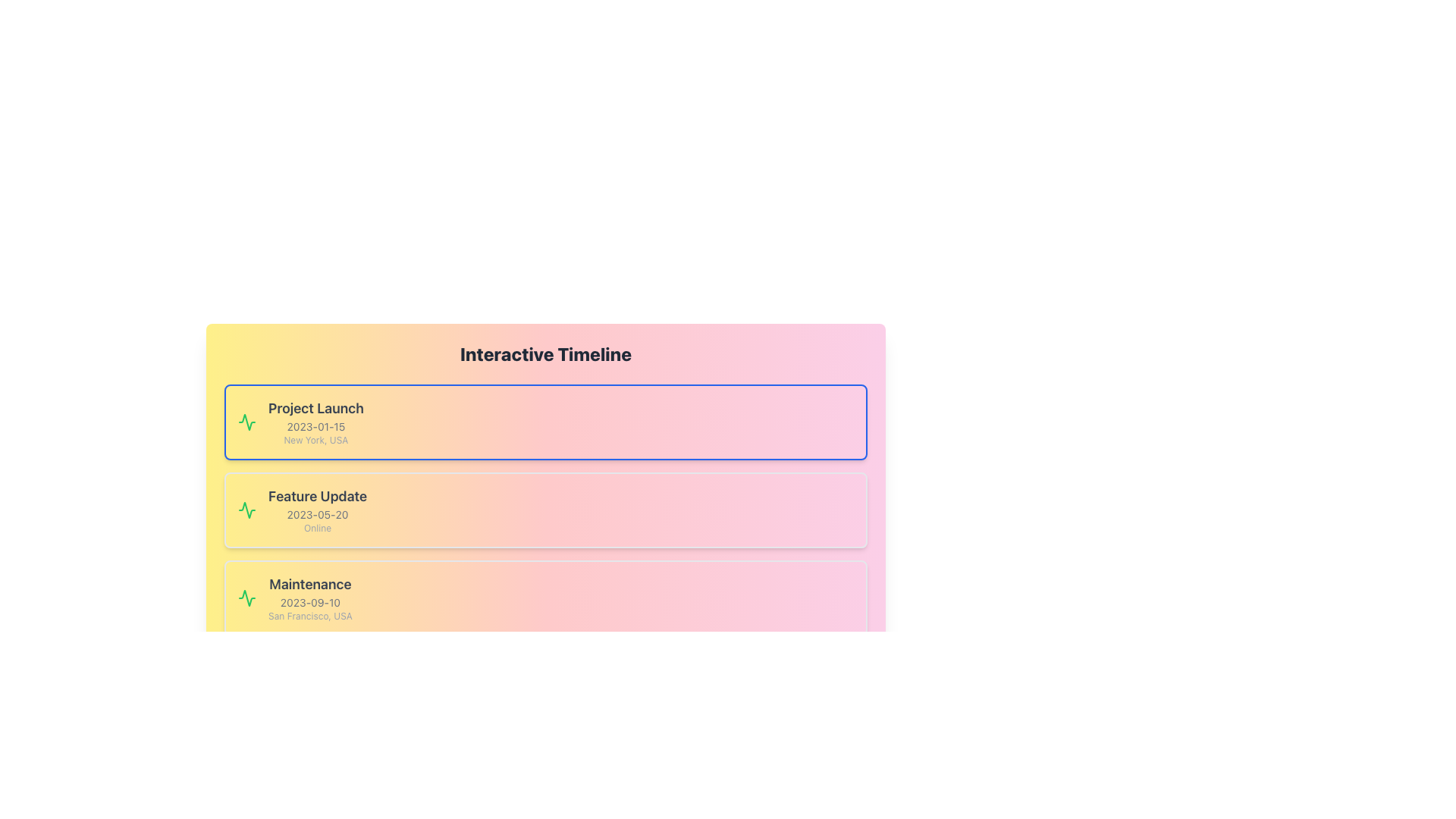 The height and width of the screenshot is (819, 1456). I want to click on the 'Maintenance' text label displayed in a bold, large, dark gray font, located, so click(309, 584).